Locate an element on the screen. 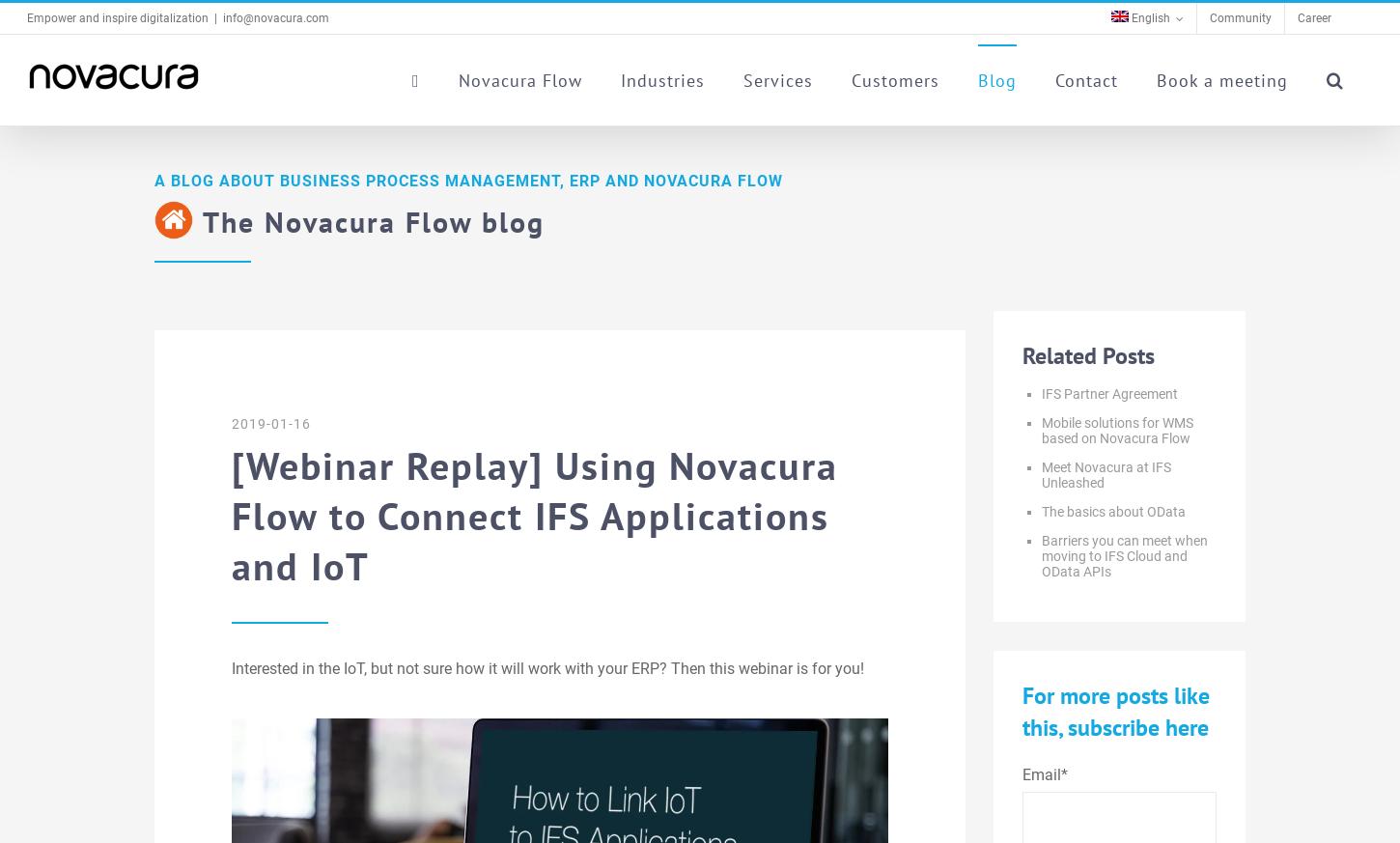 The image size is (1400, 843). '[Webinar Replay] Using Novacura Flow to Connect IFS Applications and IoT' is located at coordinates (535, 515).